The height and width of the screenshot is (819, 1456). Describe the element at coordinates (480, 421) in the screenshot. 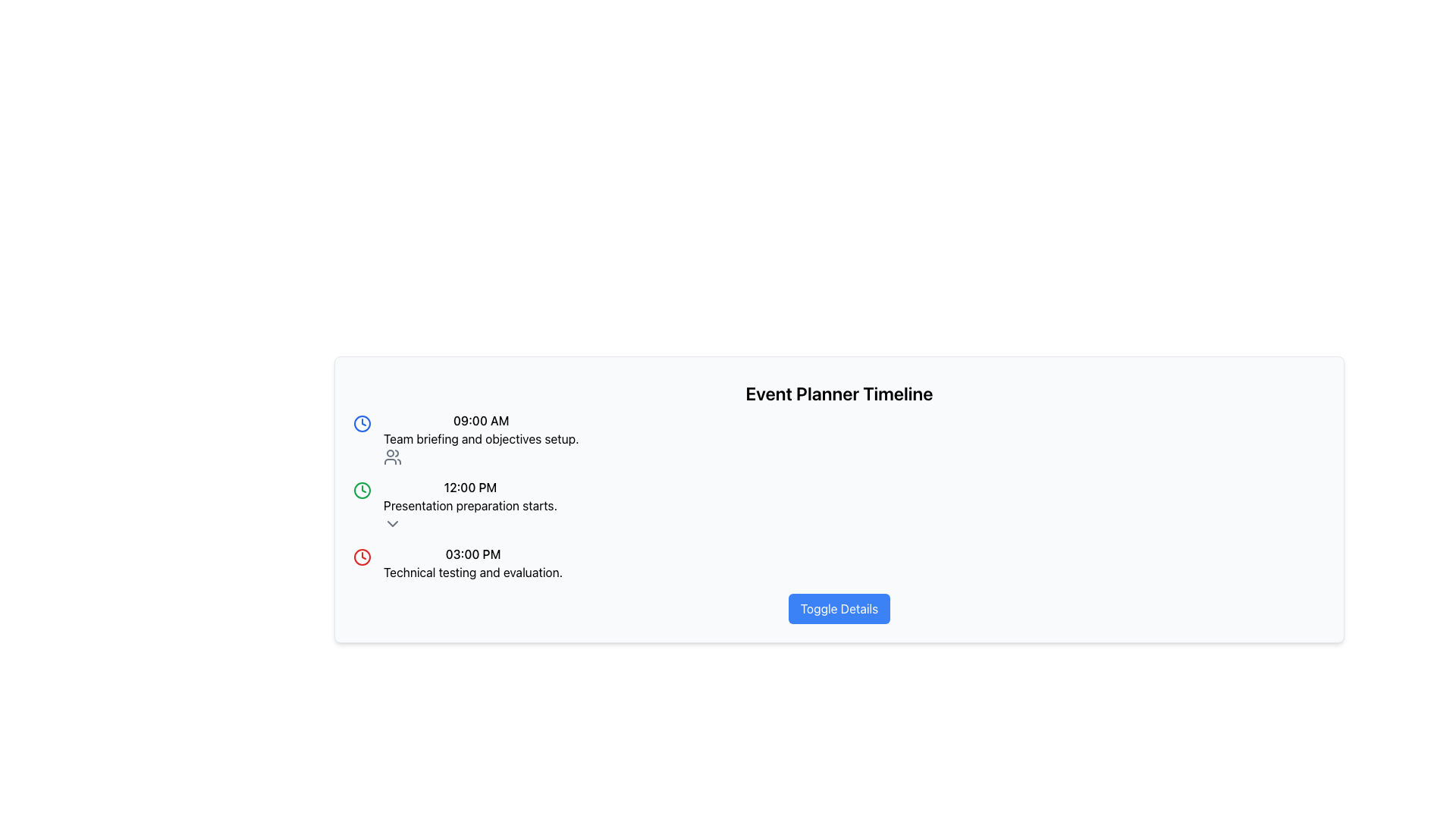

I see `time value '09:00 AM' from the first time label in the schedule display, which is located in the top-left corner of the timeline block` at that location.